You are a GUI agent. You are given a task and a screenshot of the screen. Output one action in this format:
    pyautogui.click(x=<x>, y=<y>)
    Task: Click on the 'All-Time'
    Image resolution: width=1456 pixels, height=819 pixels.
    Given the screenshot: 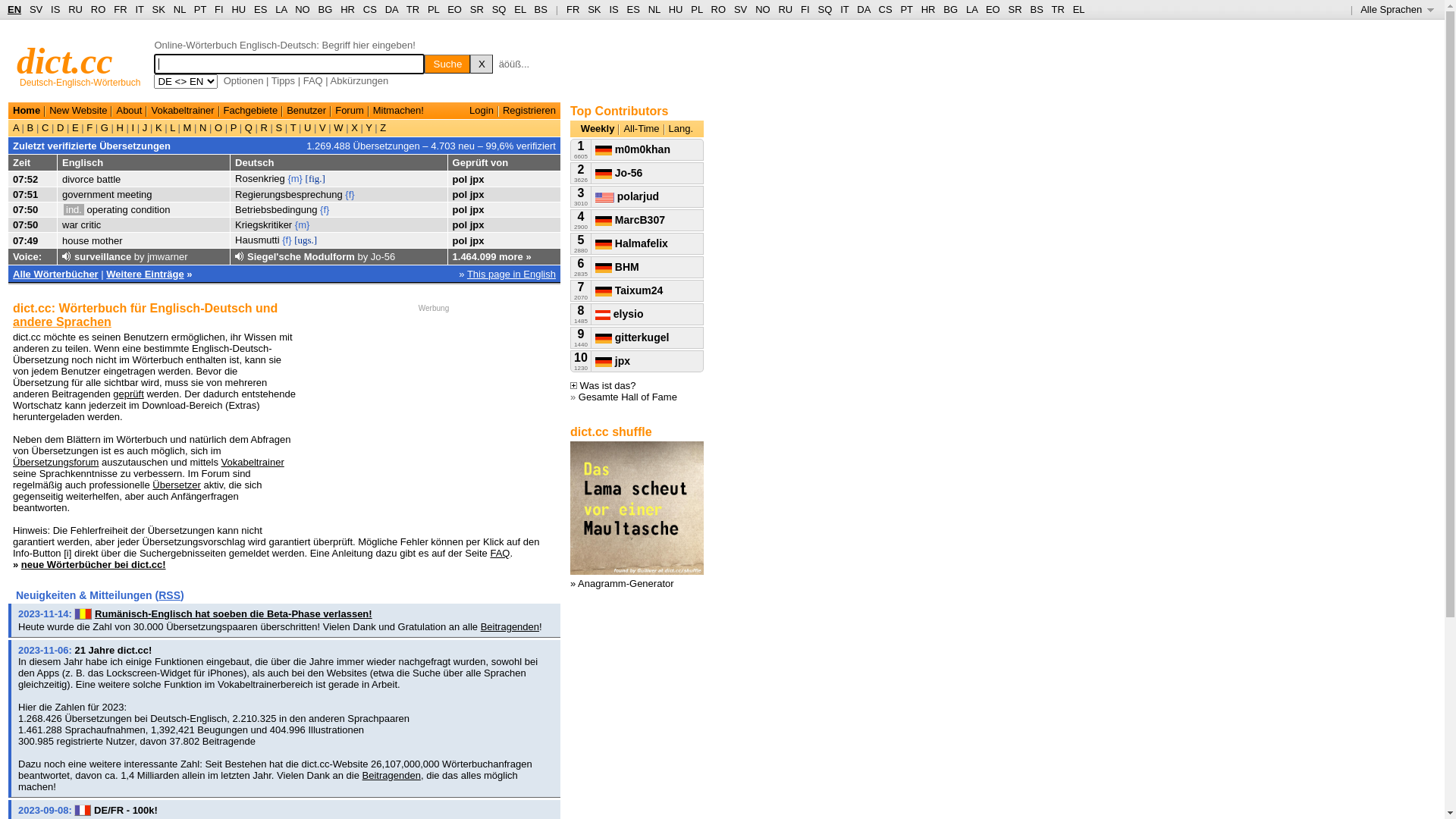 What is the action you would take?
    pyautogui.click(x=641, y=127)
    